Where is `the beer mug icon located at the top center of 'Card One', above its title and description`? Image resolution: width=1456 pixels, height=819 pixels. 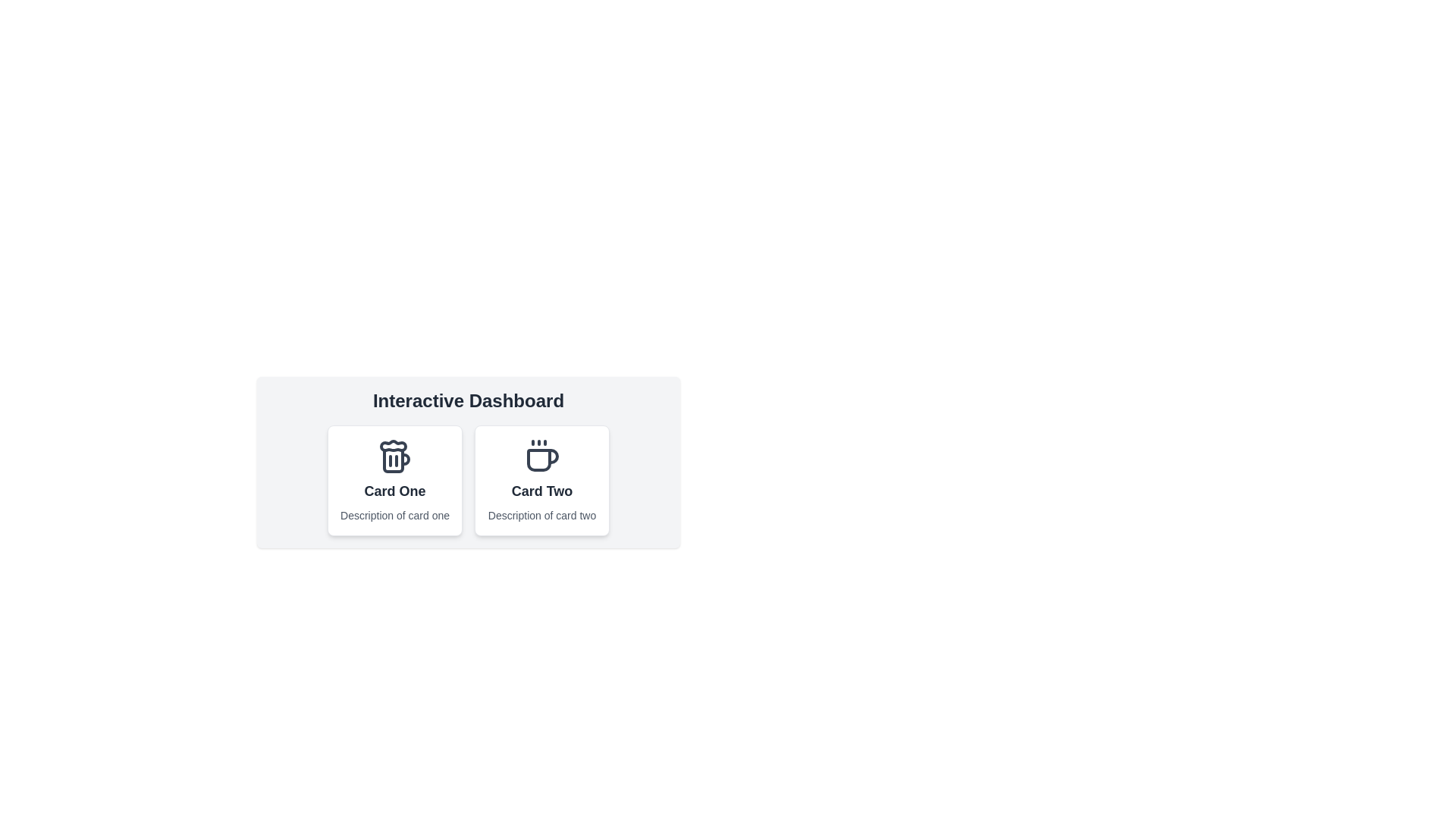 the beer mug icon located at the top center of 'Card One', above its title and description is located at coordinates (395, 455).